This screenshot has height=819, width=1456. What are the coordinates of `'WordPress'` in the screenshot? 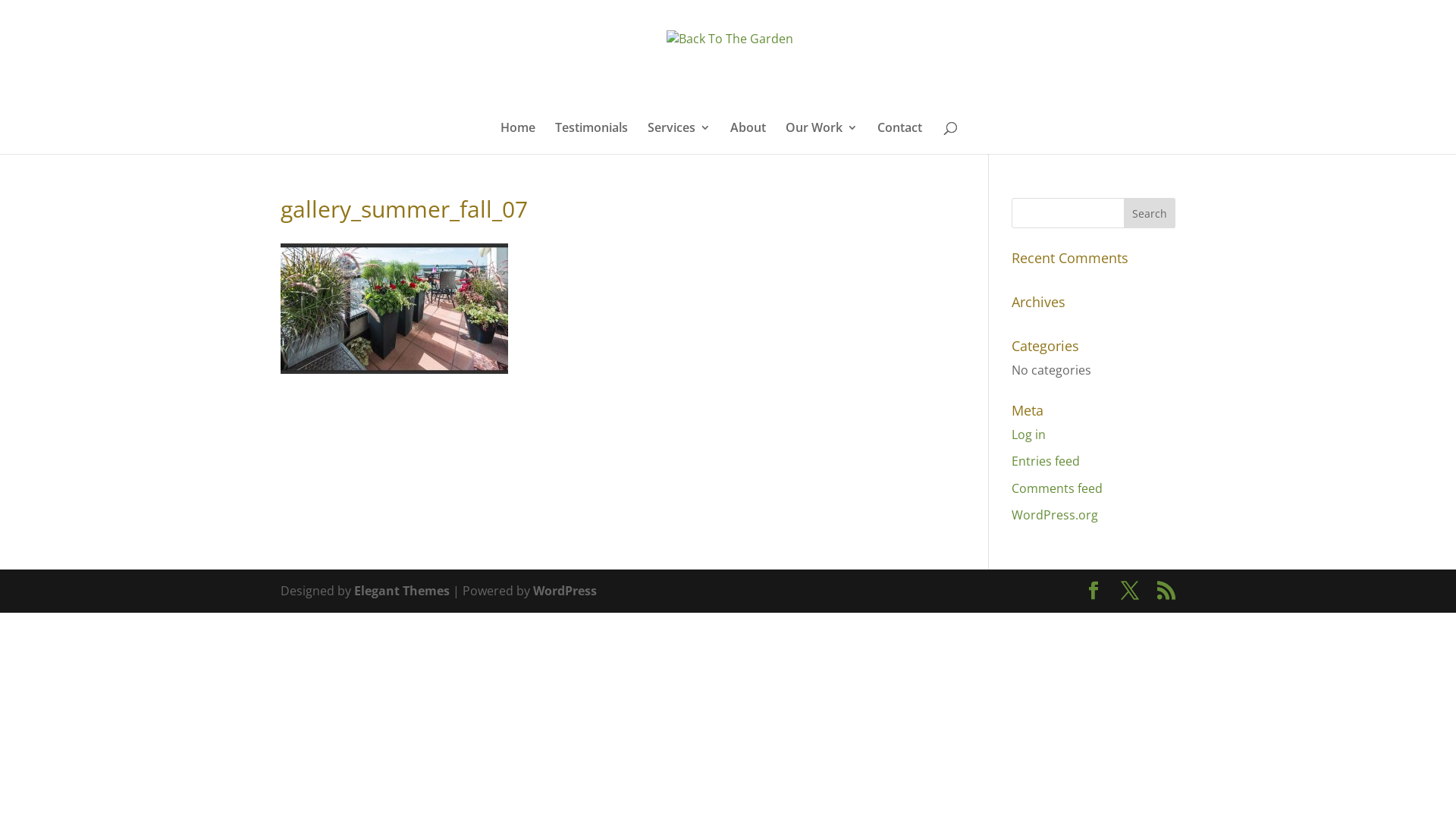 It's located at (563, 590).